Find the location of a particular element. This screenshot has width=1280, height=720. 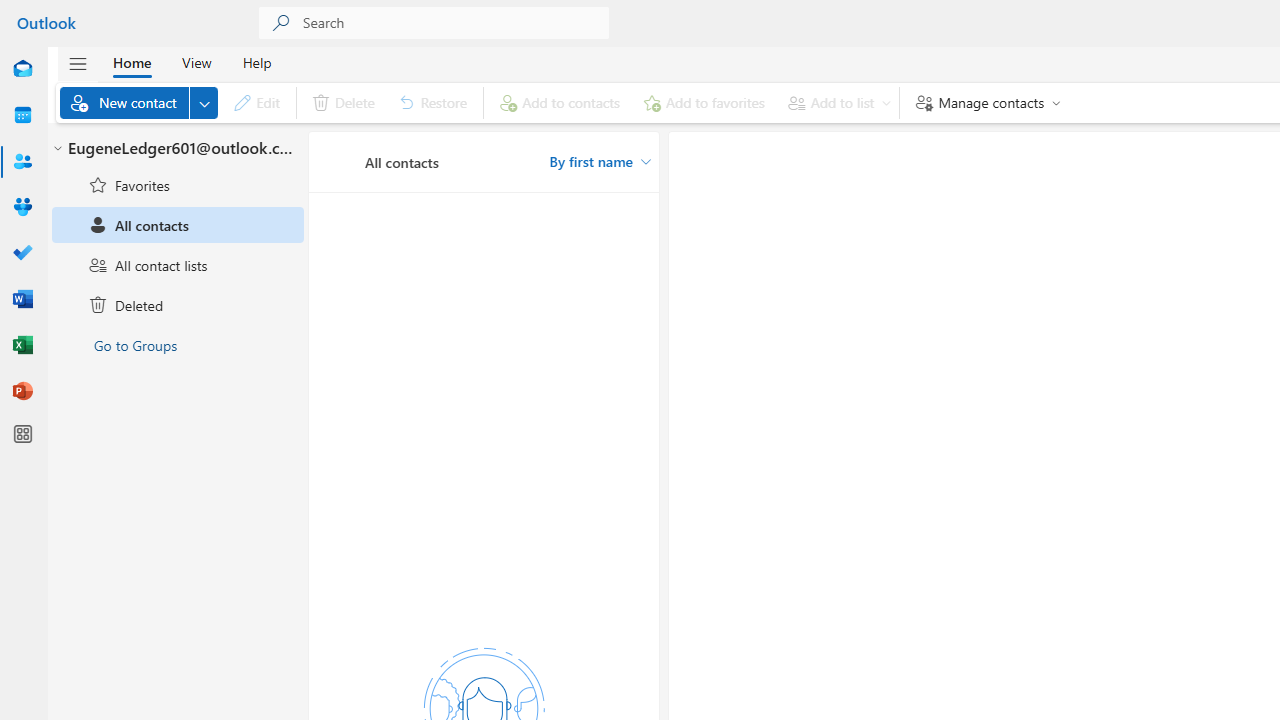

'Restore' is located at coordinates (432, 102).